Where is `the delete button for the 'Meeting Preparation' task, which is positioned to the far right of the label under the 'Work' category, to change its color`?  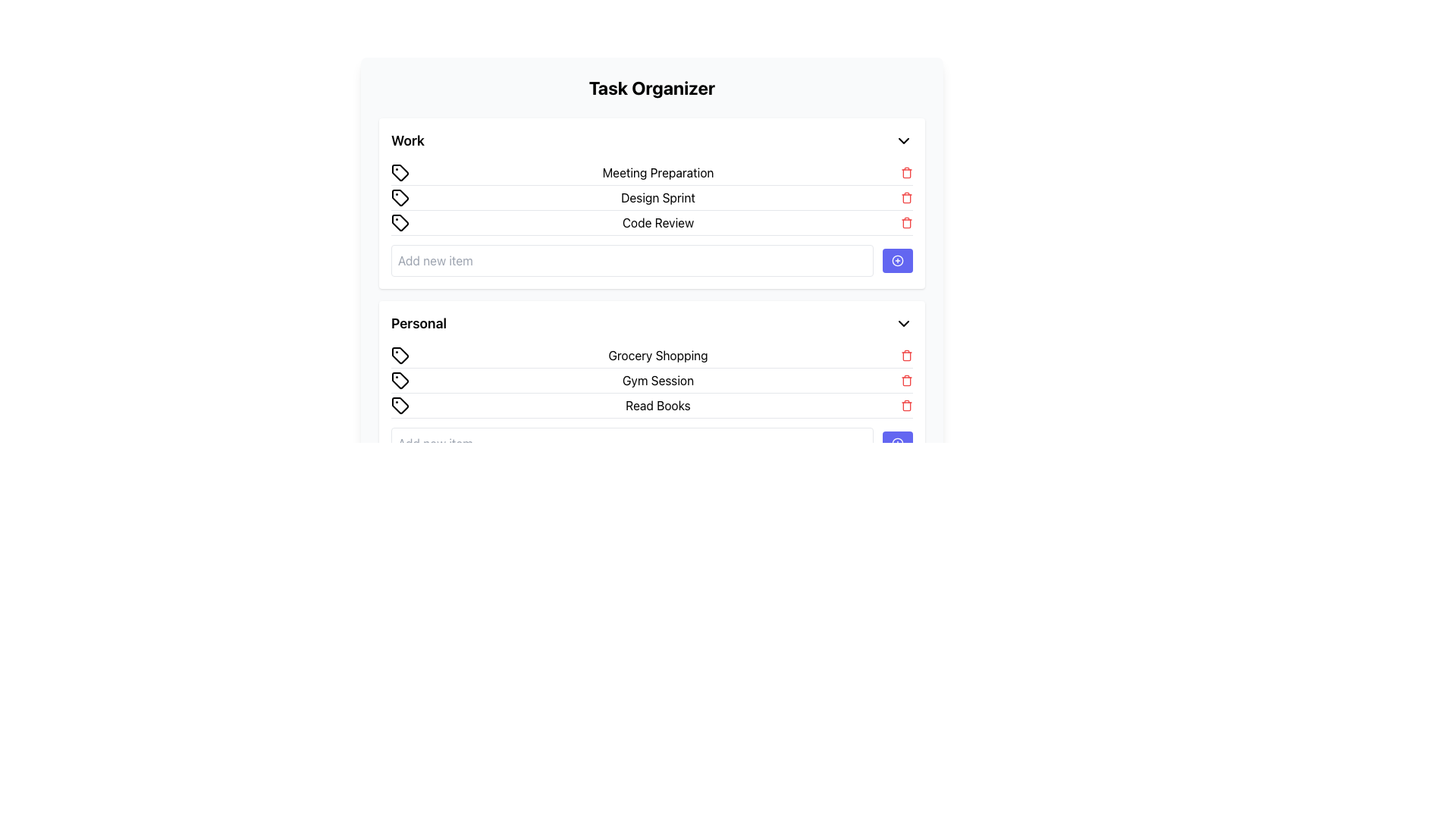
the delete button for the 'Meeting Preparation' task, which is positioned to the far right of the label under the 'Work' category, to change its color is located at coordinates (906, 171).